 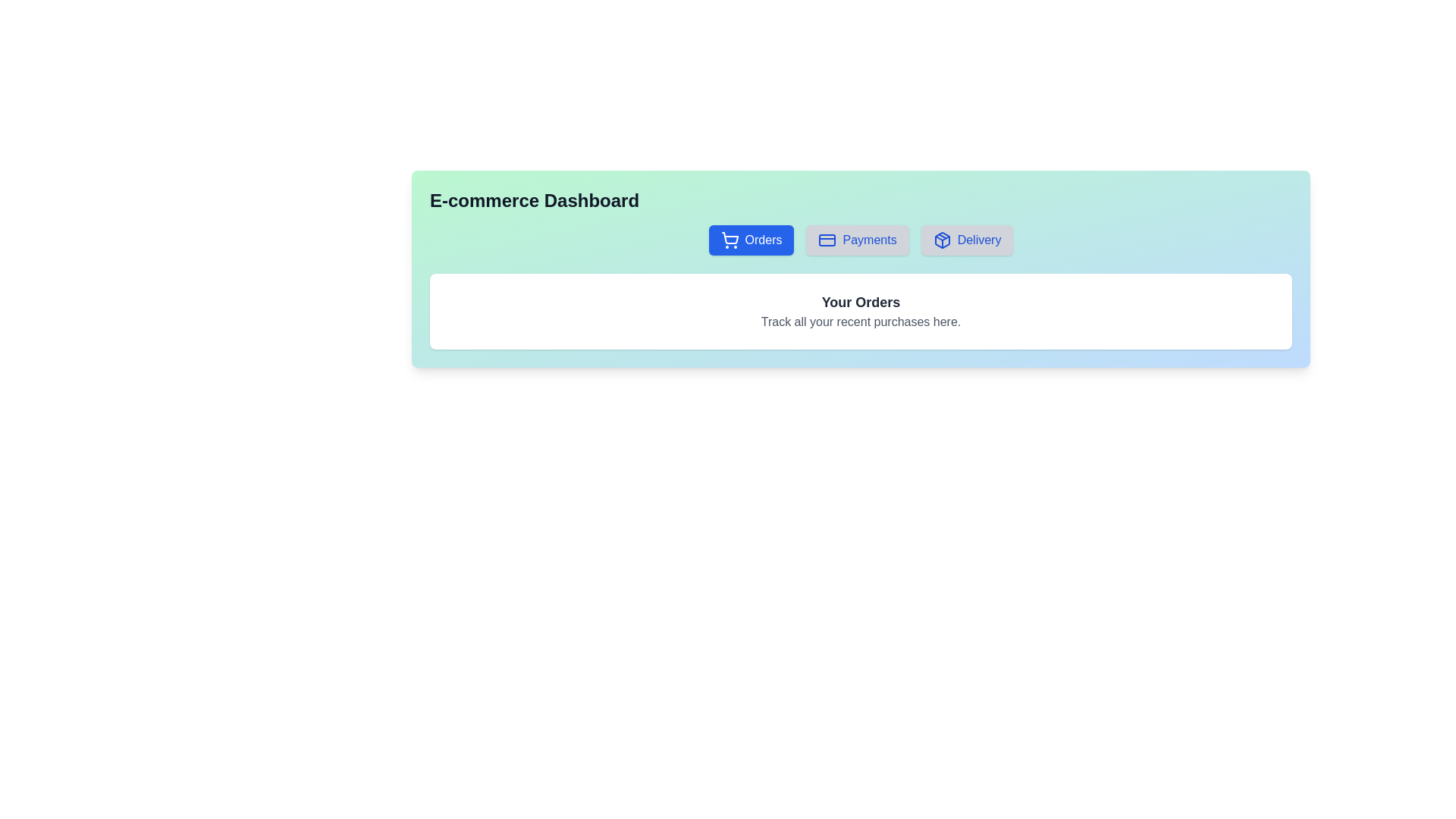 I want to click on the 'Your Orders' text label, which serves as a title indicating the user's order section within the application, so click(x=861, y=302).